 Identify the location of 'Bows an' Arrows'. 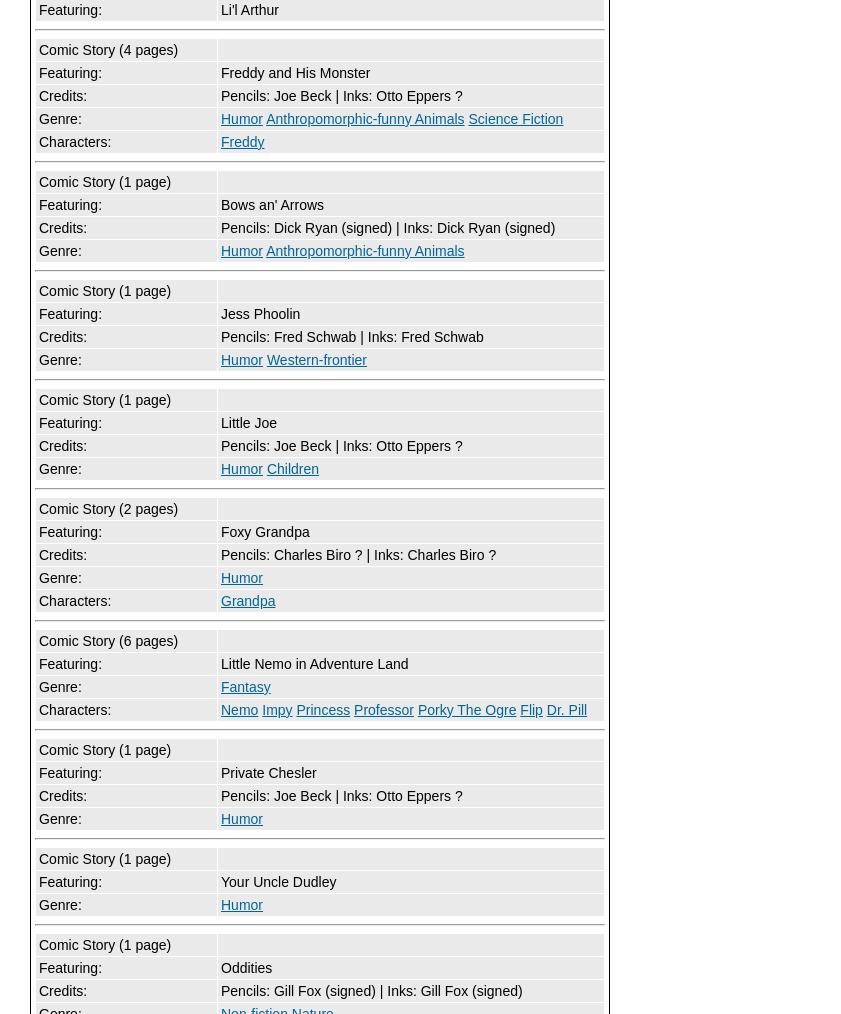
(271, 204).